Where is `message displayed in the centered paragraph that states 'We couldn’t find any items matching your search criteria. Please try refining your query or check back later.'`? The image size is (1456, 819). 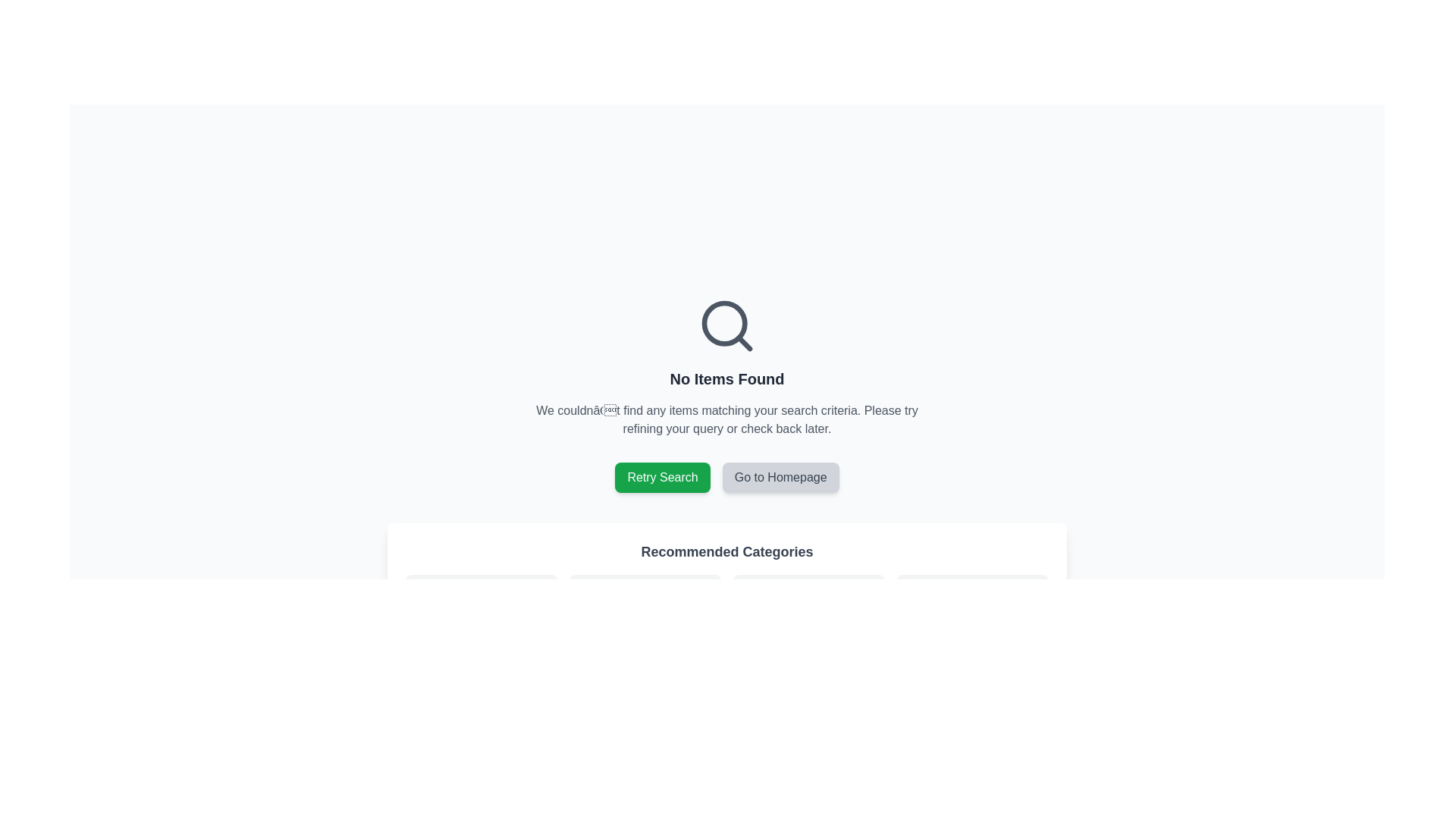
message displayed in the centered paragraph that states 'We couldn’t find any items matching your search criteria. Please try refining your query or check back later.' is located at coordinates (726, 420).